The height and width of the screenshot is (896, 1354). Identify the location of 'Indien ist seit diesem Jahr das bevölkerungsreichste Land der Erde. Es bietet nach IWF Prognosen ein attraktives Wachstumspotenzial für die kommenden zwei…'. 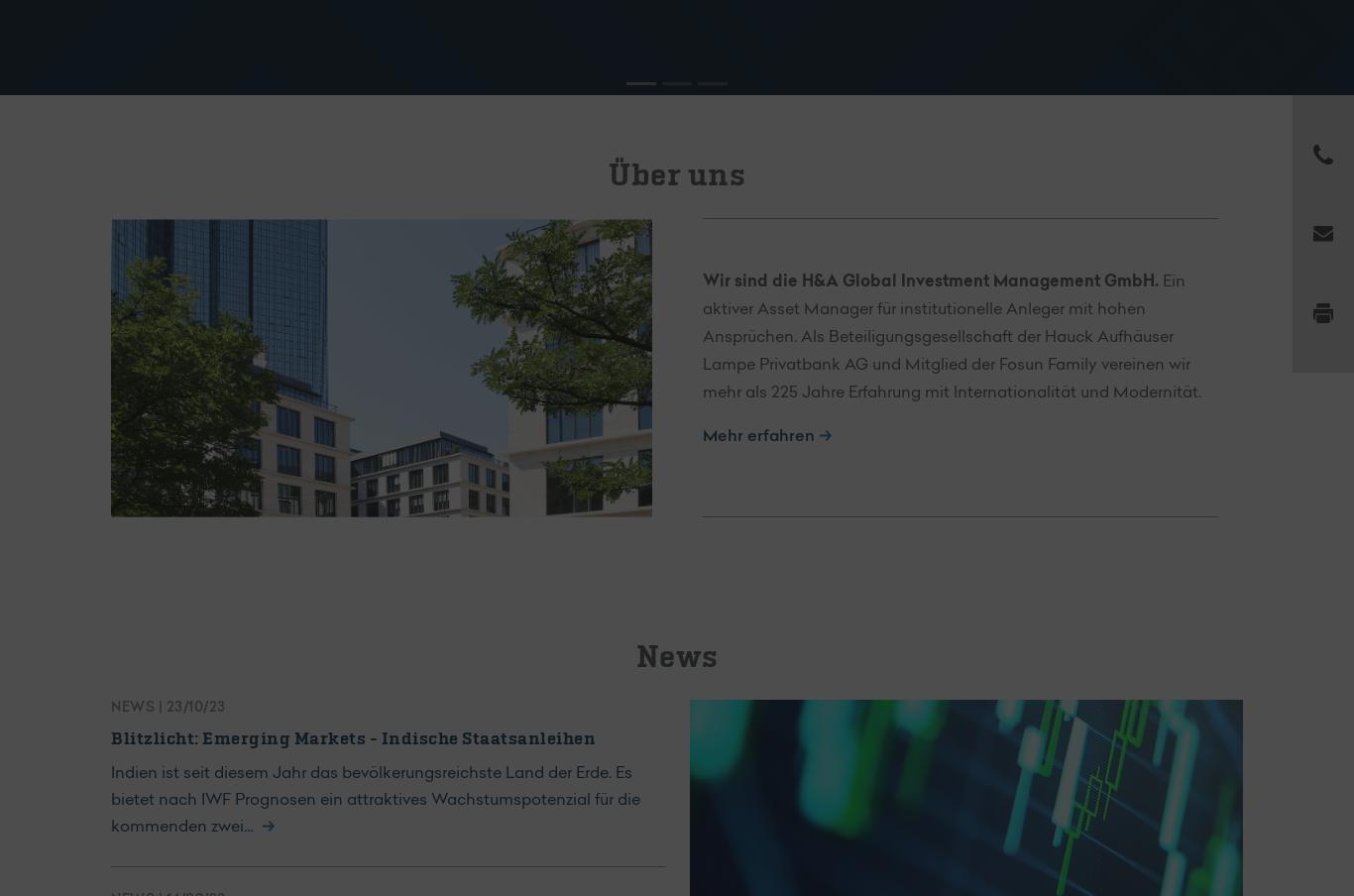
(375, 799).